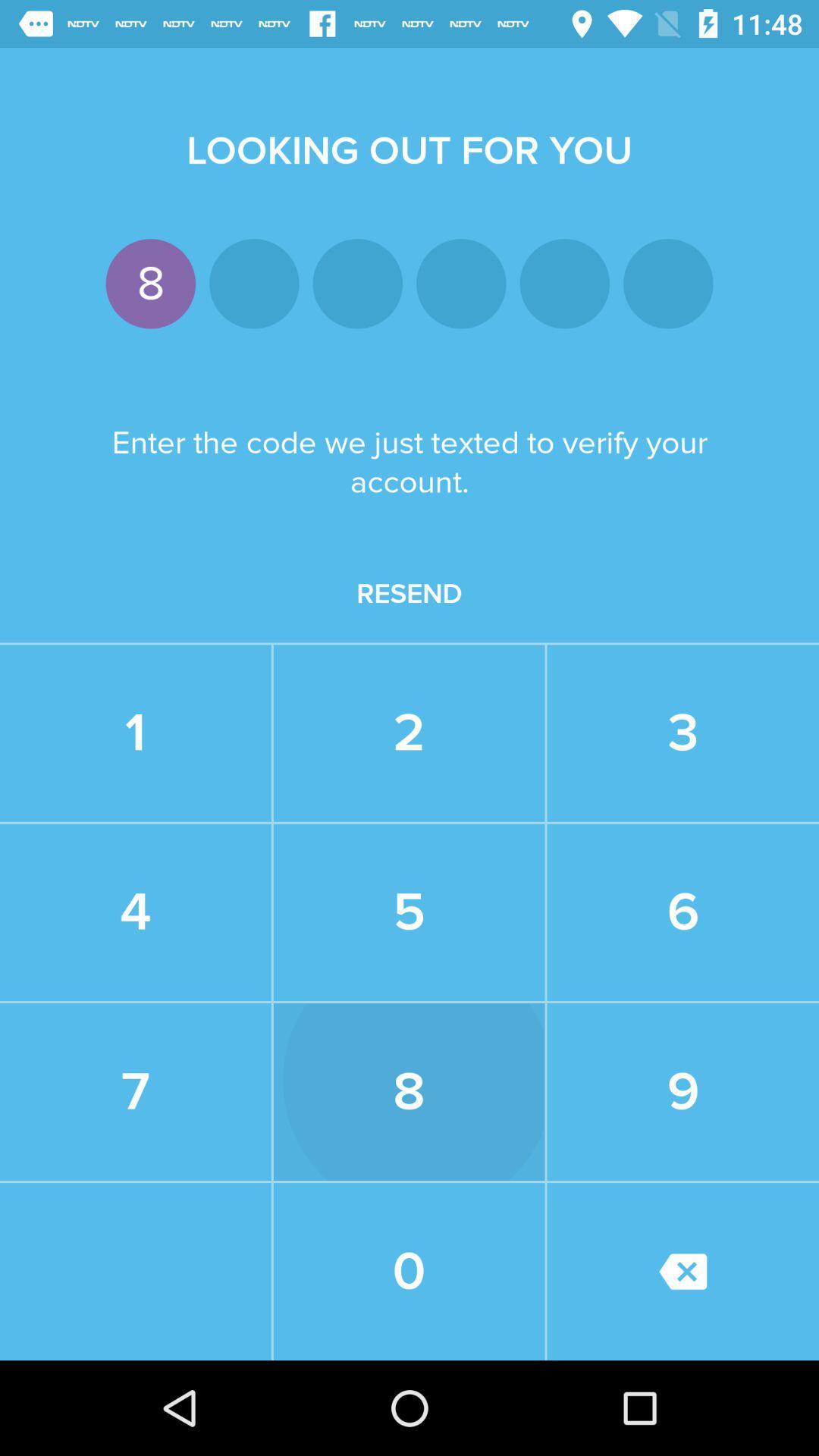 This screenshot has height=1456, width=819. What do you see at coordinates (408, 912) in the screenshot?
I see `the 5 icon` at bounding box center [408, 912].